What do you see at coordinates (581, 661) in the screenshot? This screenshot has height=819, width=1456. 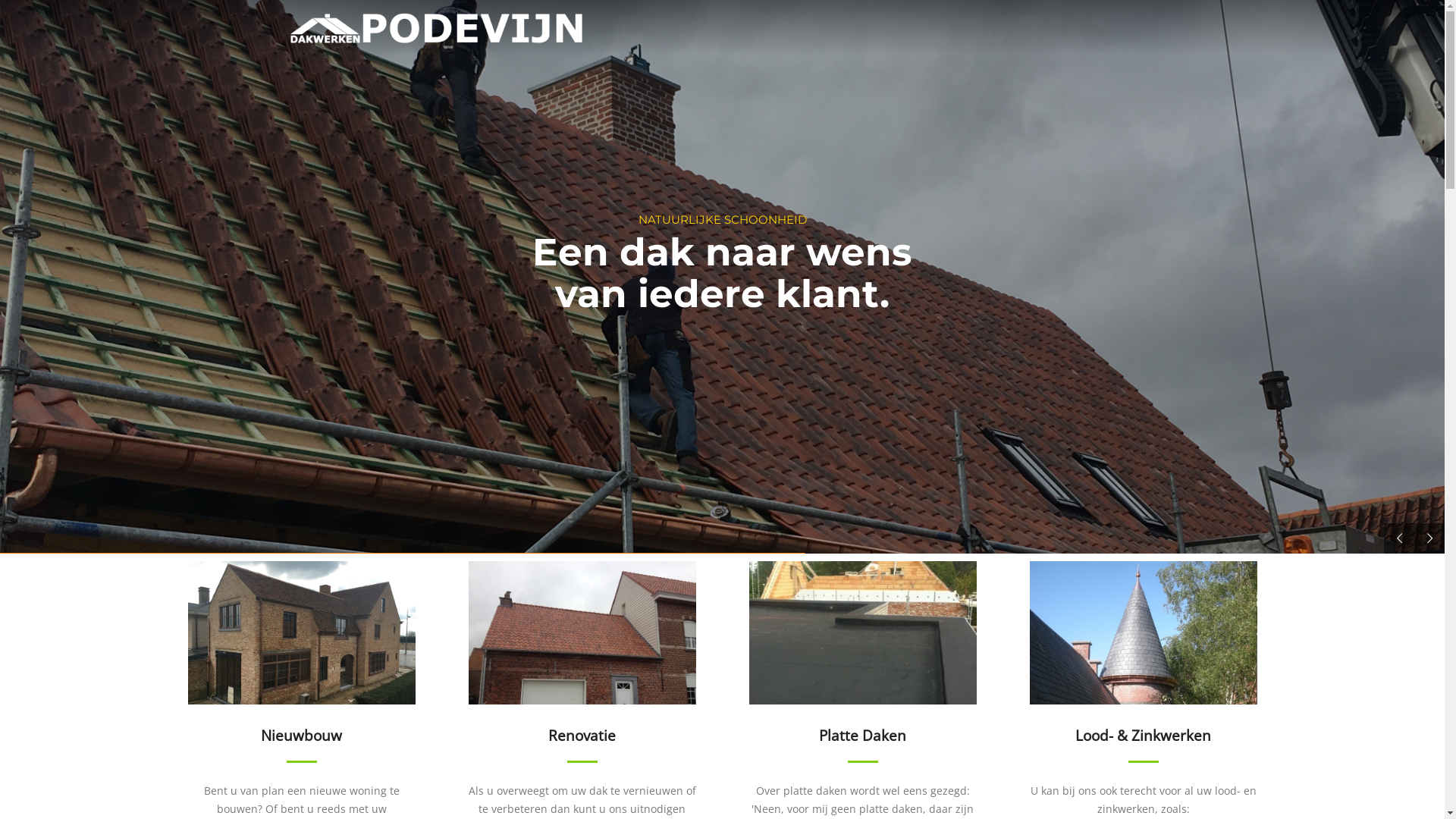 I see `'Renovatie'` at bounding box center [581, 661].